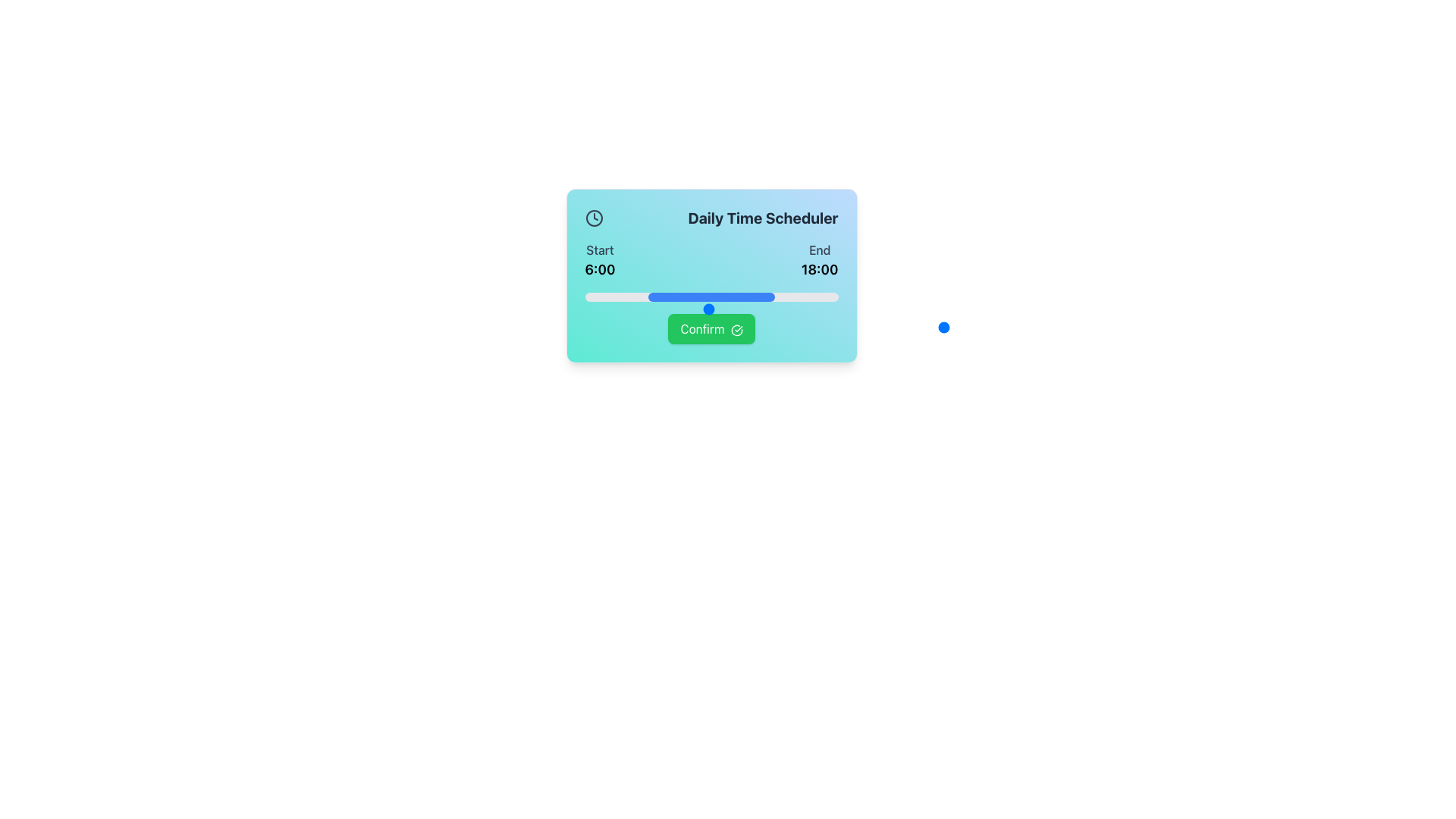 Image resolution: width=1456 pixels, height=819 pixels. Describe the element at coordinates (711, 328) in the screenshot. I see `the green rectangular 'Confirm' button with a checkmark icon` at that location.